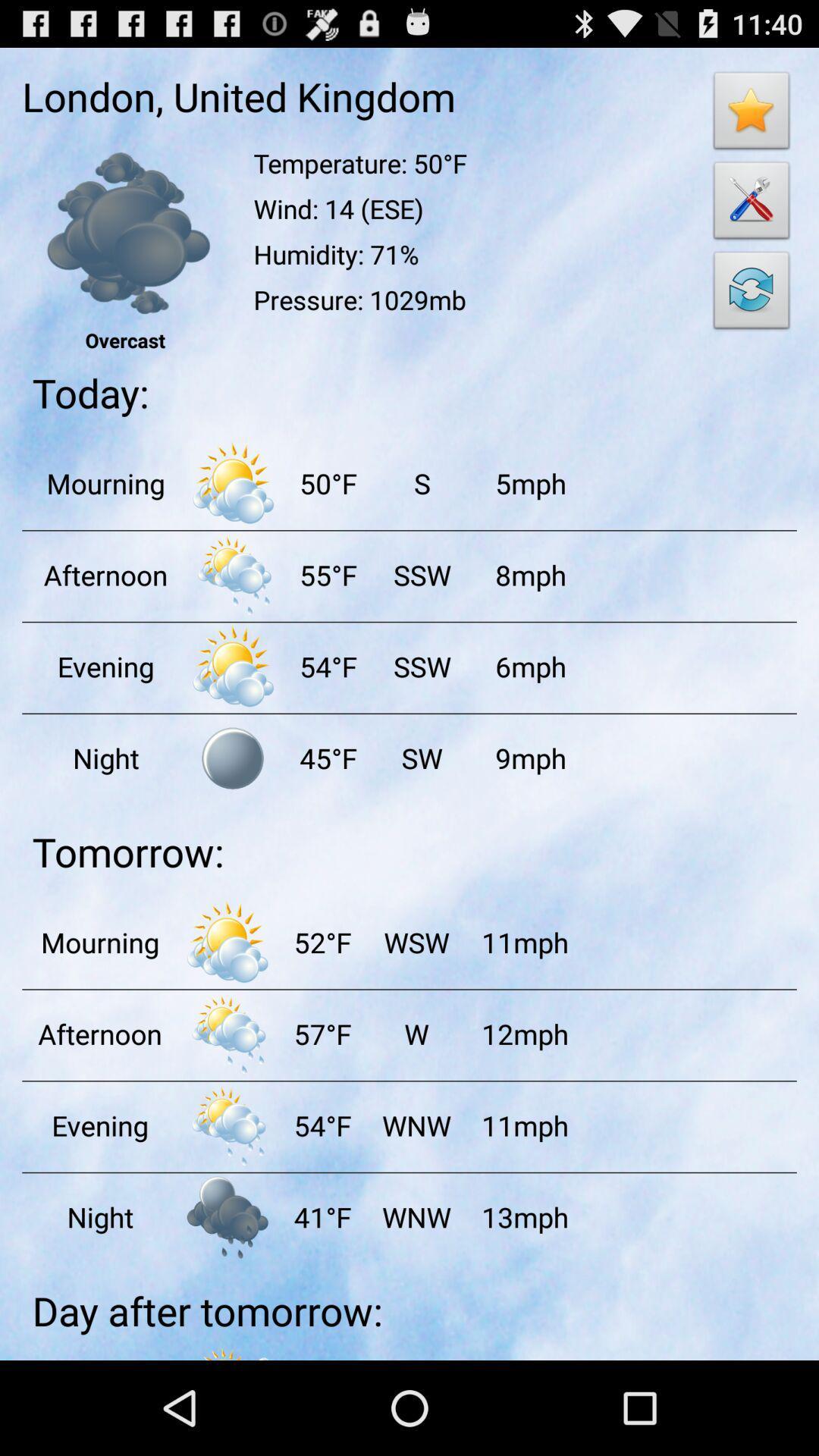  What do you see at coordinates (227, 1033) in the screenshot?
I see `partly cloudly with some rain` at bounding box center [227, 1033].